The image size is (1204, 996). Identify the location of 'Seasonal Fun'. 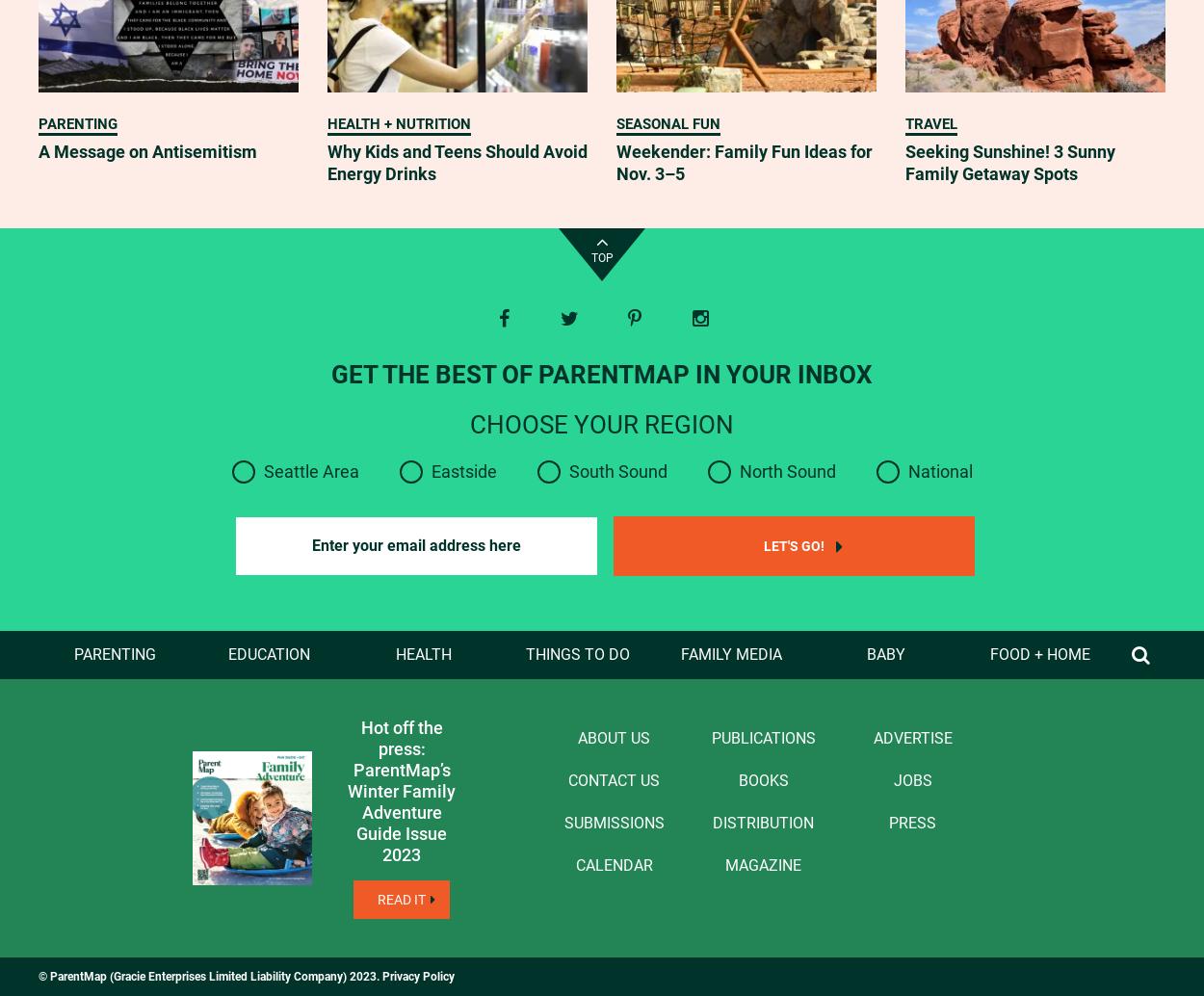
(667, 124).